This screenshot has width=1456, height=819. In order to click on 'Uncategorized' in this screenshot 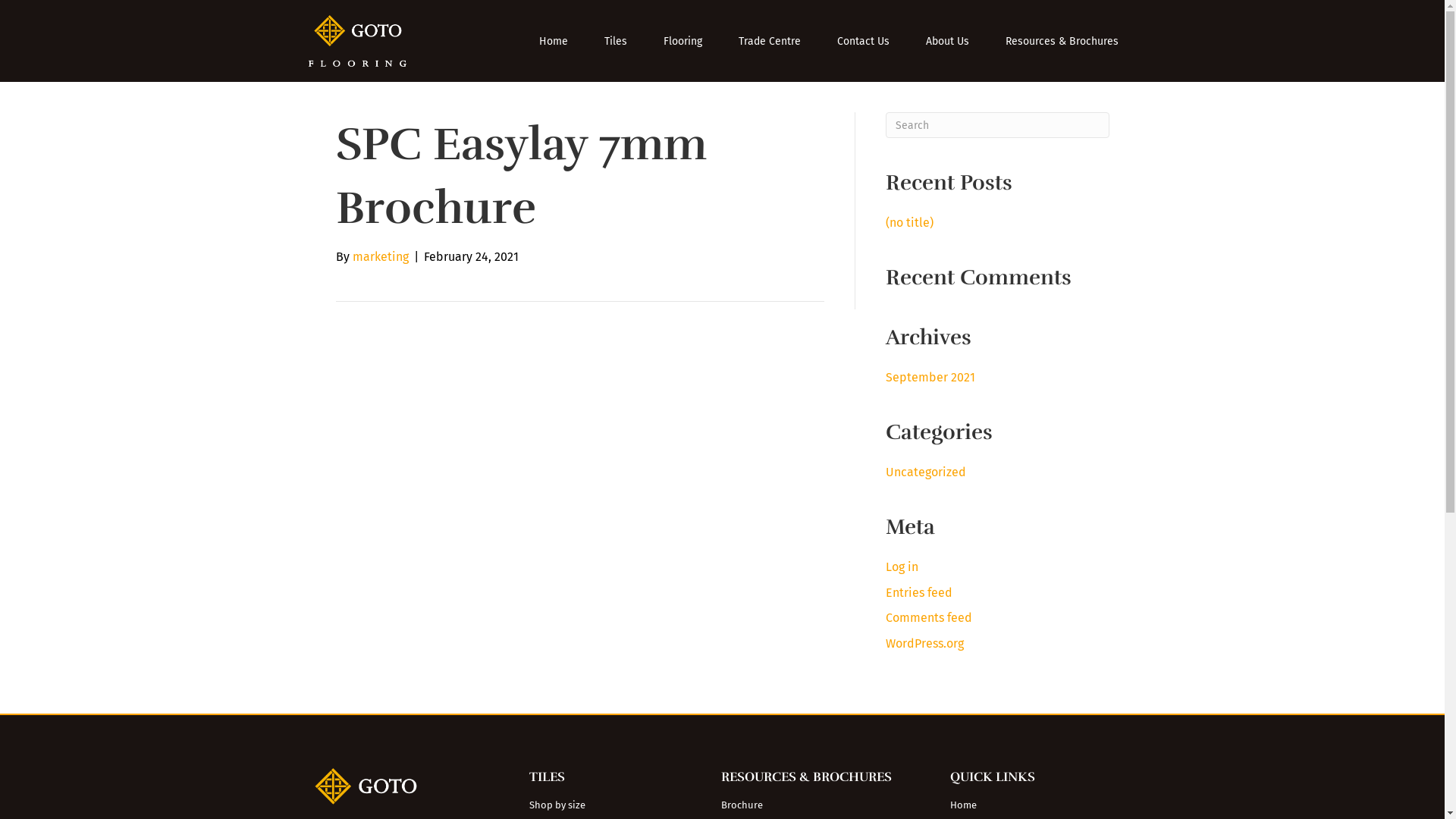, I will do `click(885, 471)`.